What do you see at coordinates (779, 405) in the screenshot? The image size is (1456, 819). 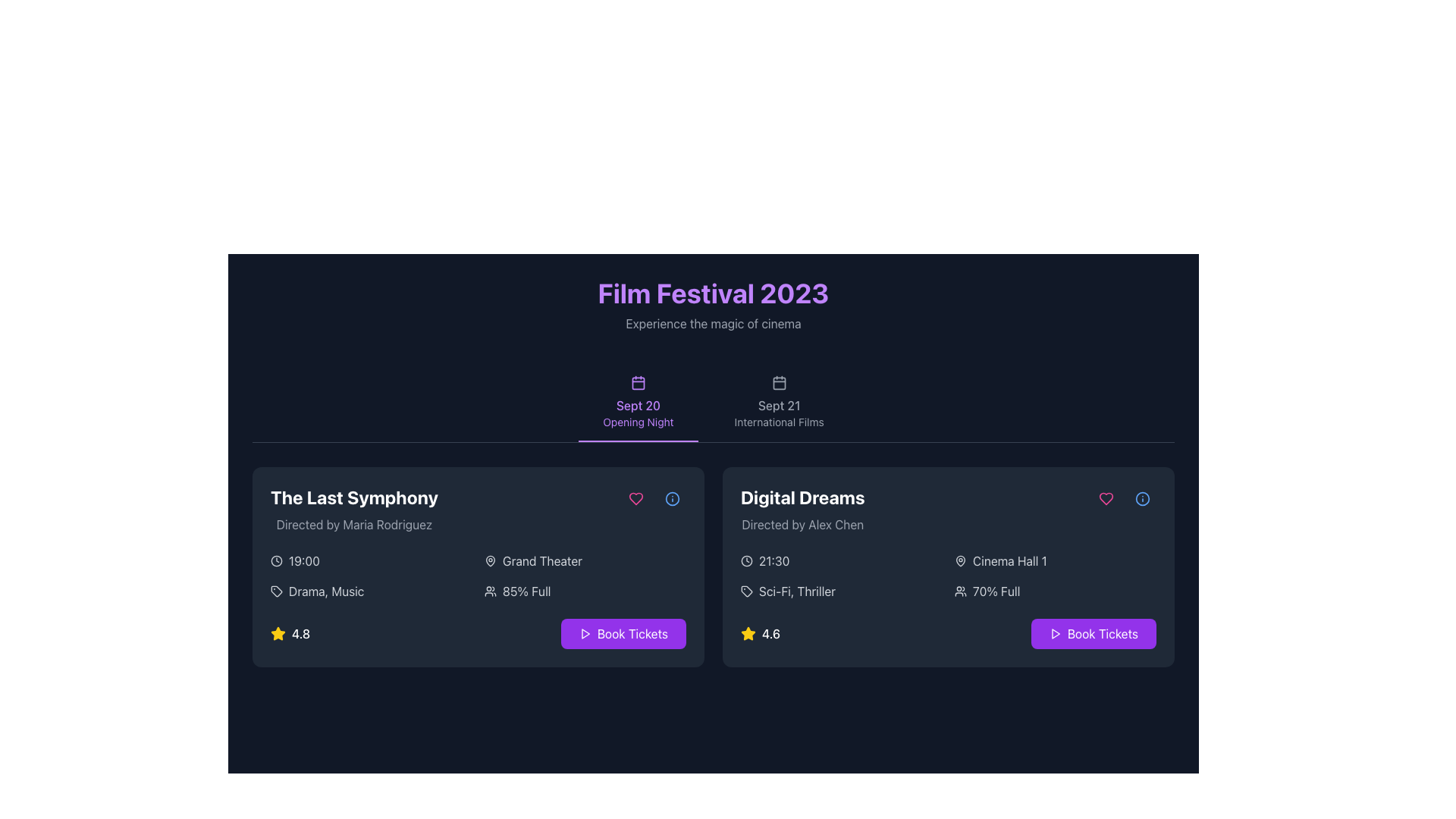 I see `the text label displaying the date 'Sept 21,' which is part of an interactive section for event activities, located to the right of 'Sept 20 Opening Night.'` at bounding box center [779, 405].